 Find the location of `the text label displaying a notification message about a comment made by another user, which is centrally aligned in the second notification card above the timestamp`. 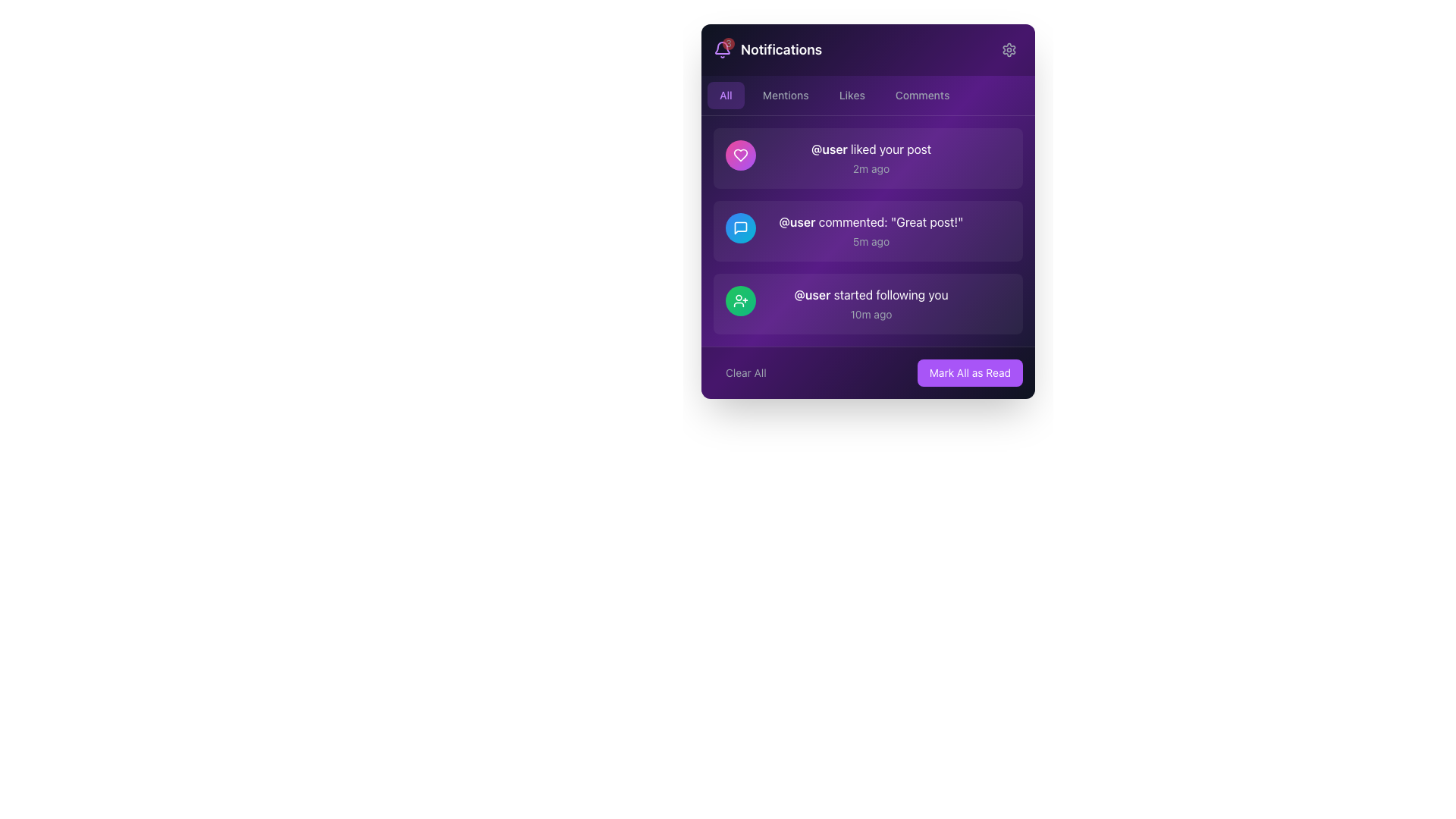

the text label displaying a notification message about a comment made by another user, which is centrally aligned in the second notification card above the timestamp is located at coordinates (871, 222).